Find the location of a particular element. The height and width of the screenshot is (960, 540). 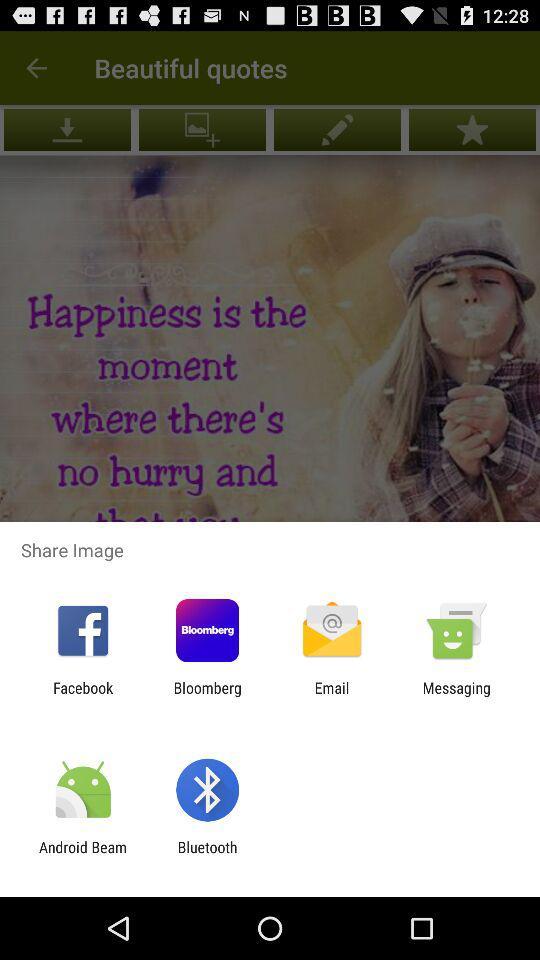

item next to facebook is located at coordinates (206, 696).